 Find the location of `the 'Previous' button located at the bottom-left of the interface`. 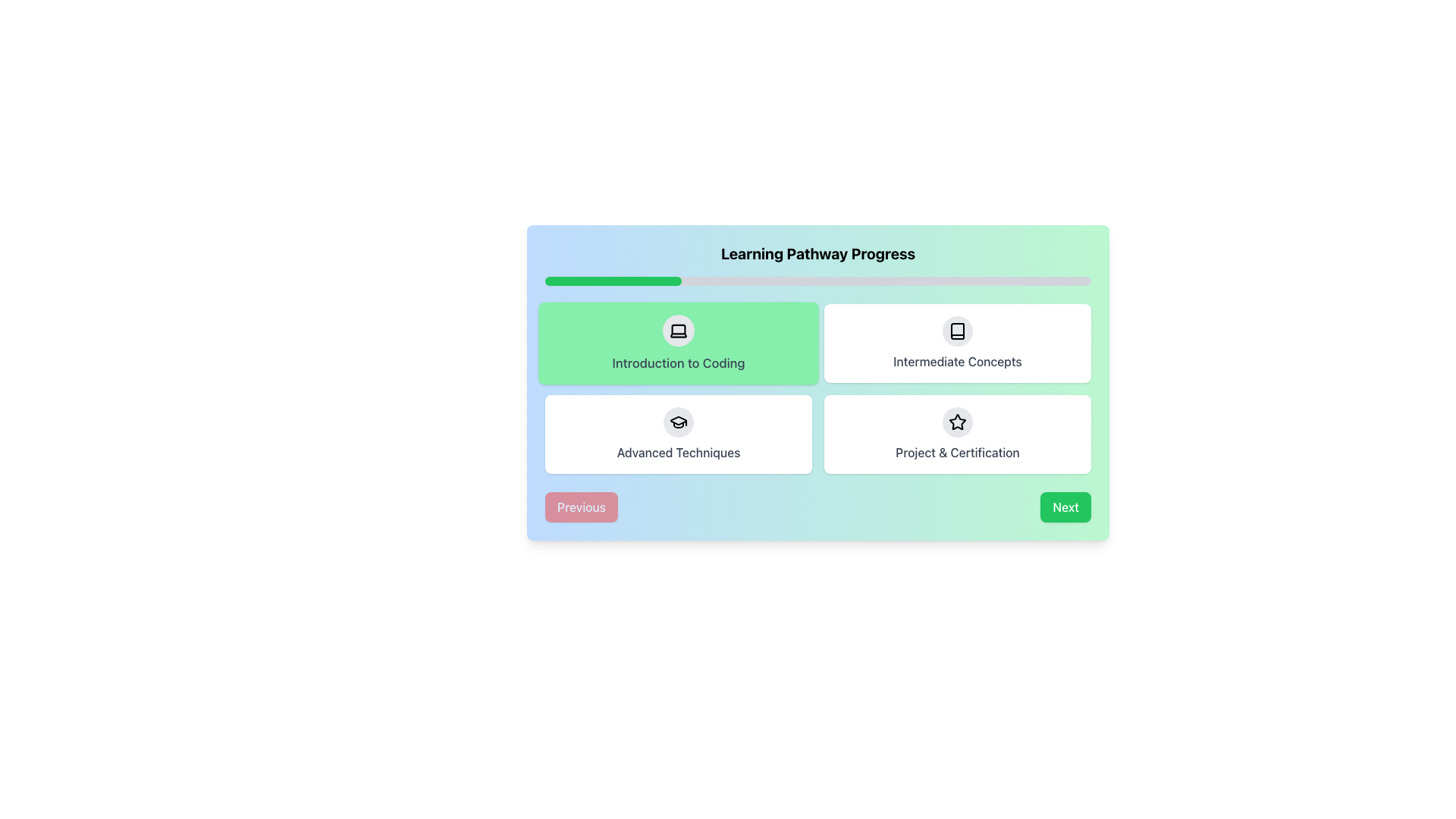

the 'Previous' button located at the bottom-left of the interface is located at coordinates (581, 507).